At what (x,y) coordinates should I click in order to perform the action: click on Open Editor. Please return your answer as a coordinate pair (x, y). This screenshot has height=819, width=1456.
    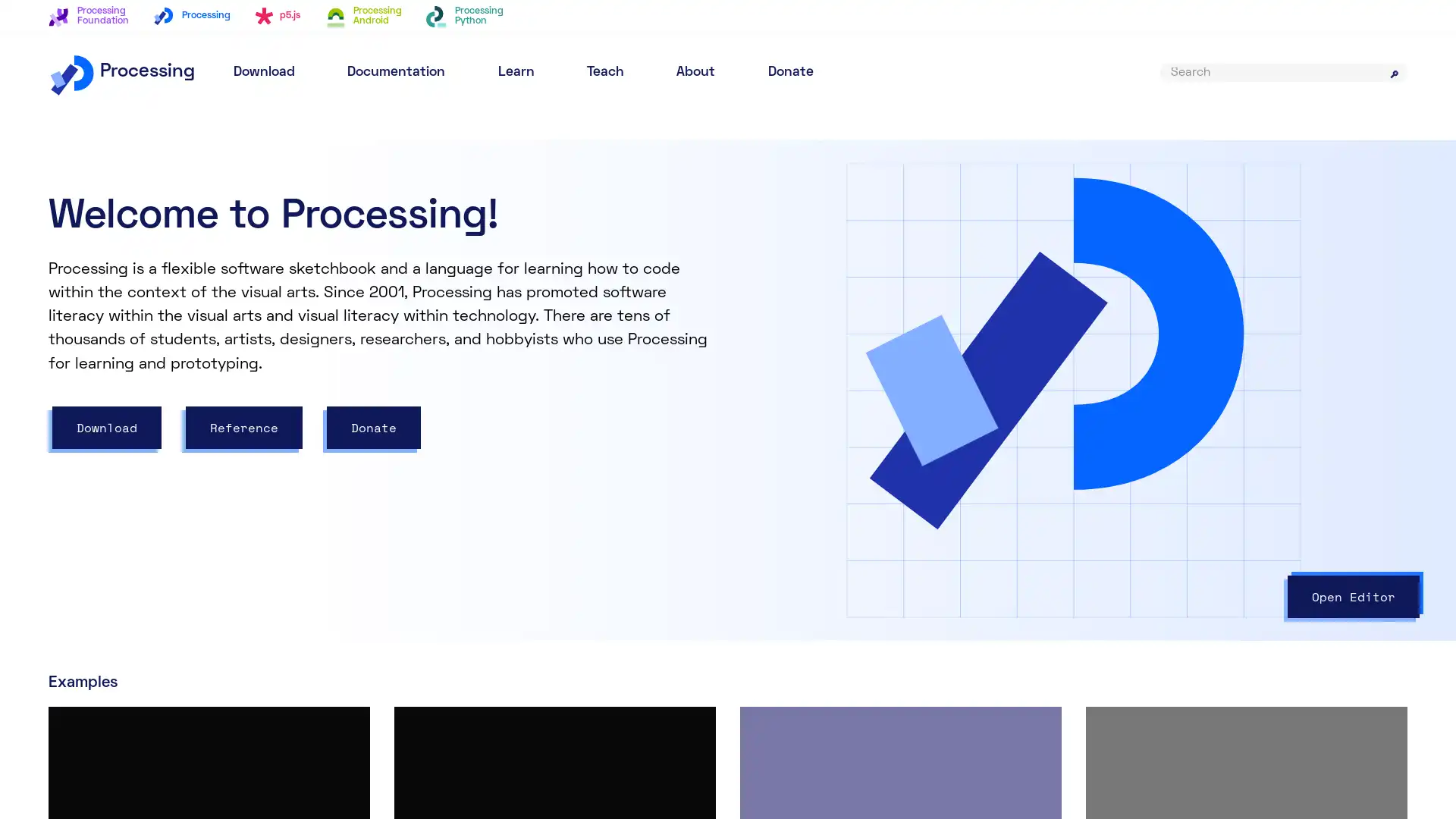
    Looking at the image, I should click on (1354, 595).